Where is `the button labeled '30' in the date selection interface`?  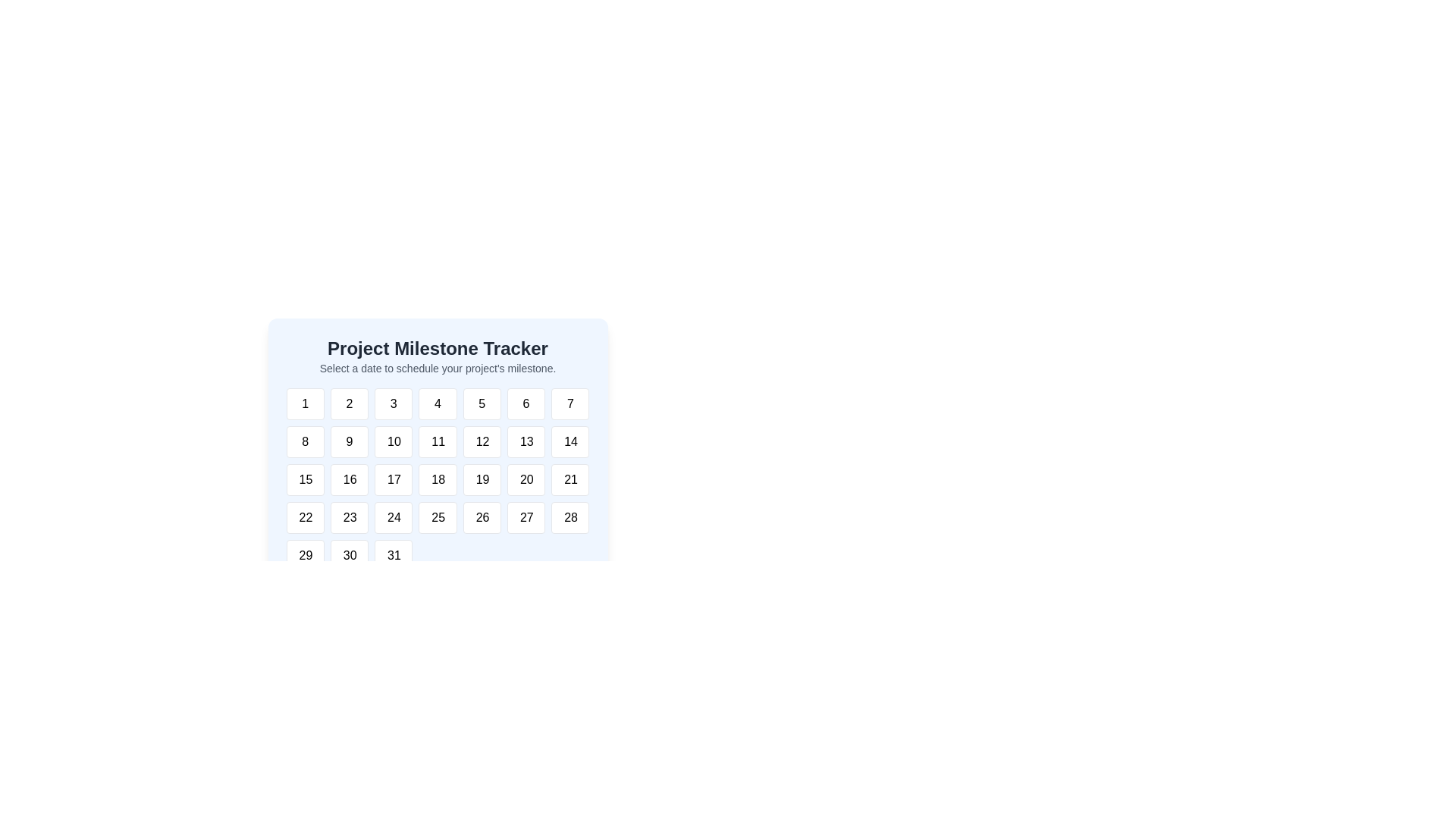
the button labeled '30' in the date selection interface is located at coordinates (348, 555).